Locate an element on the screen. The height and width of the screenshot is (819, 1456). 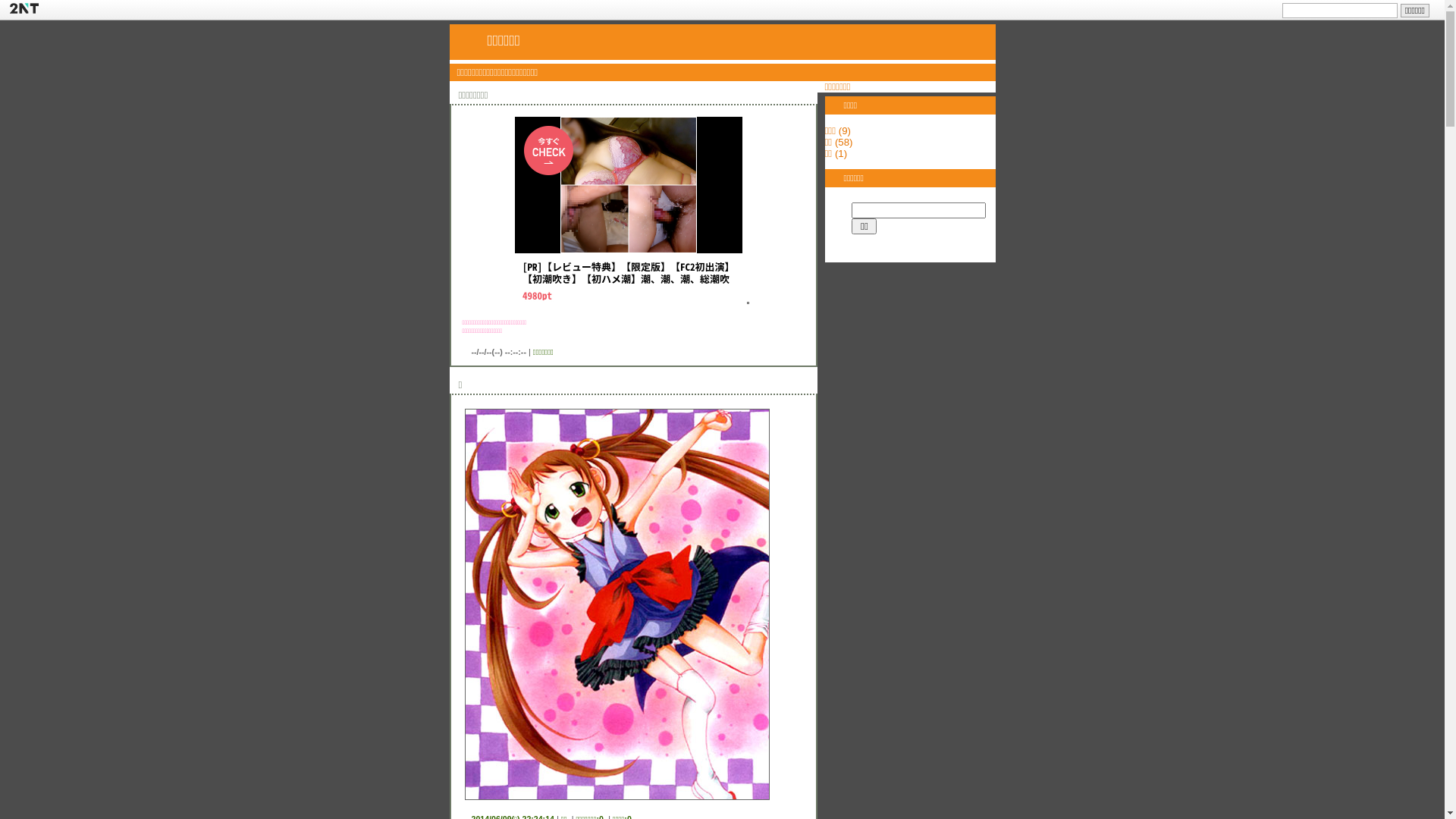
'--/--/--(--) --:--:--' is located at coordinates (498, 351).